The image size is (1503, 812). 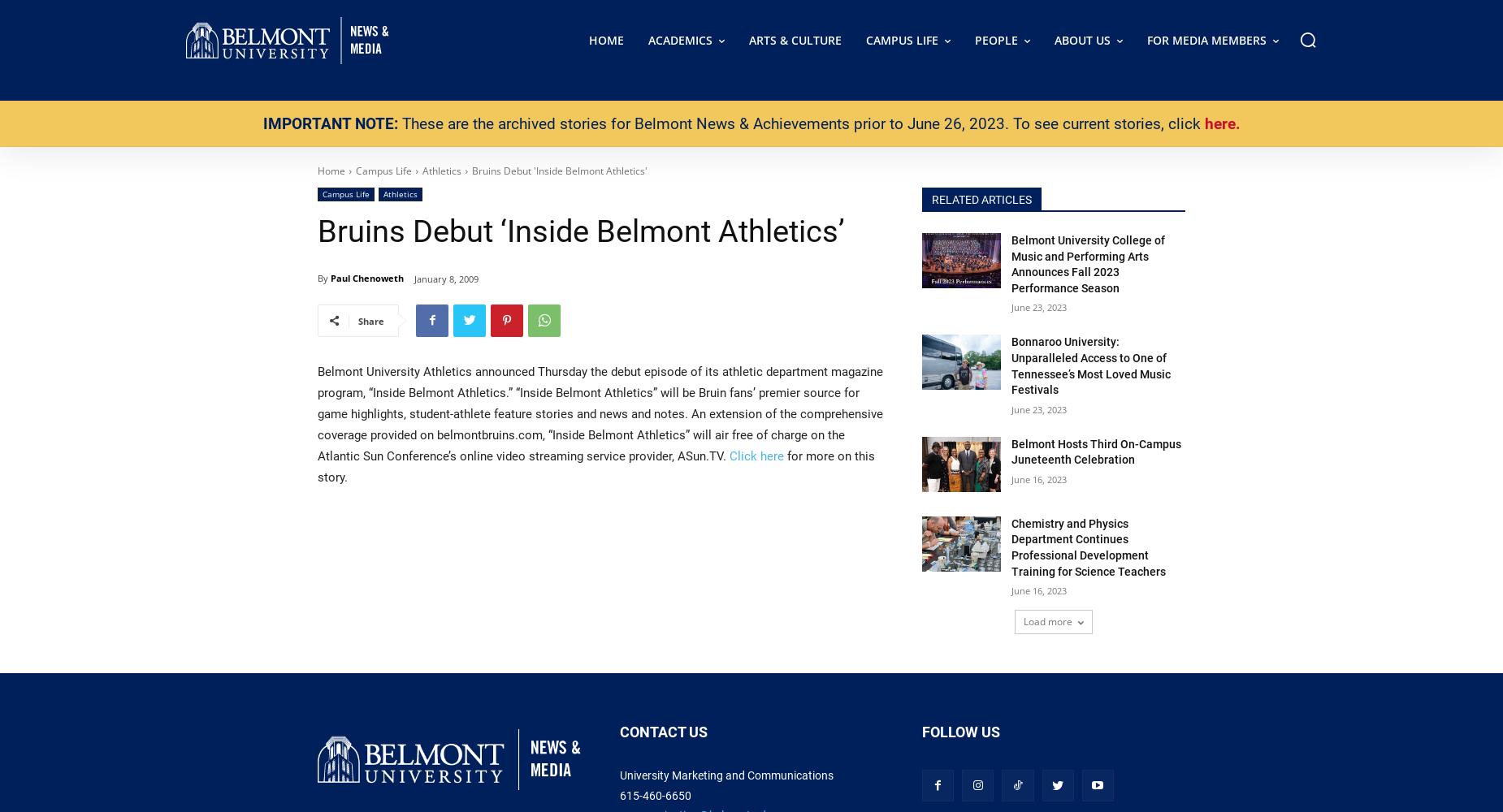 What do you see at coordinates (981, 199) in the screenshot?
I see `'Related Articles'` at bounding box center [981, 199].